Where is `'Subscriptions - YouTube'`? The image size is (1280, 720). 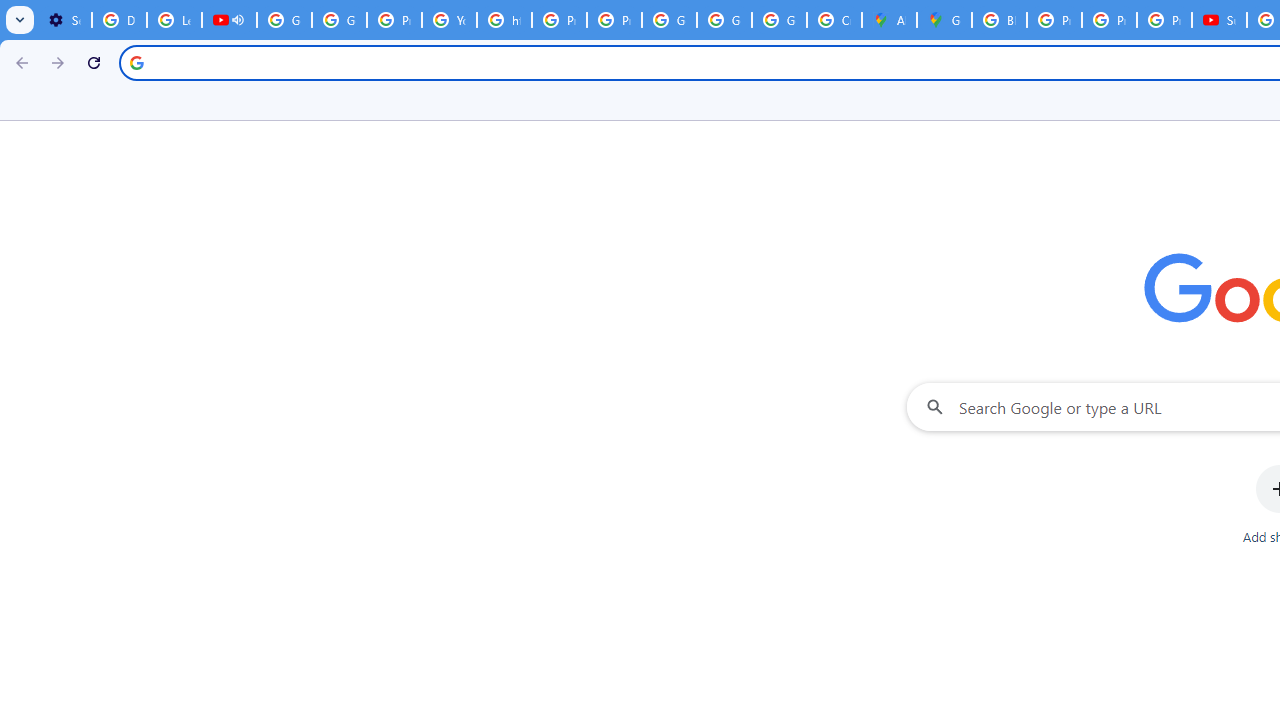
'Subscriptions - YouTube' is located at coordinates (1218, 20).